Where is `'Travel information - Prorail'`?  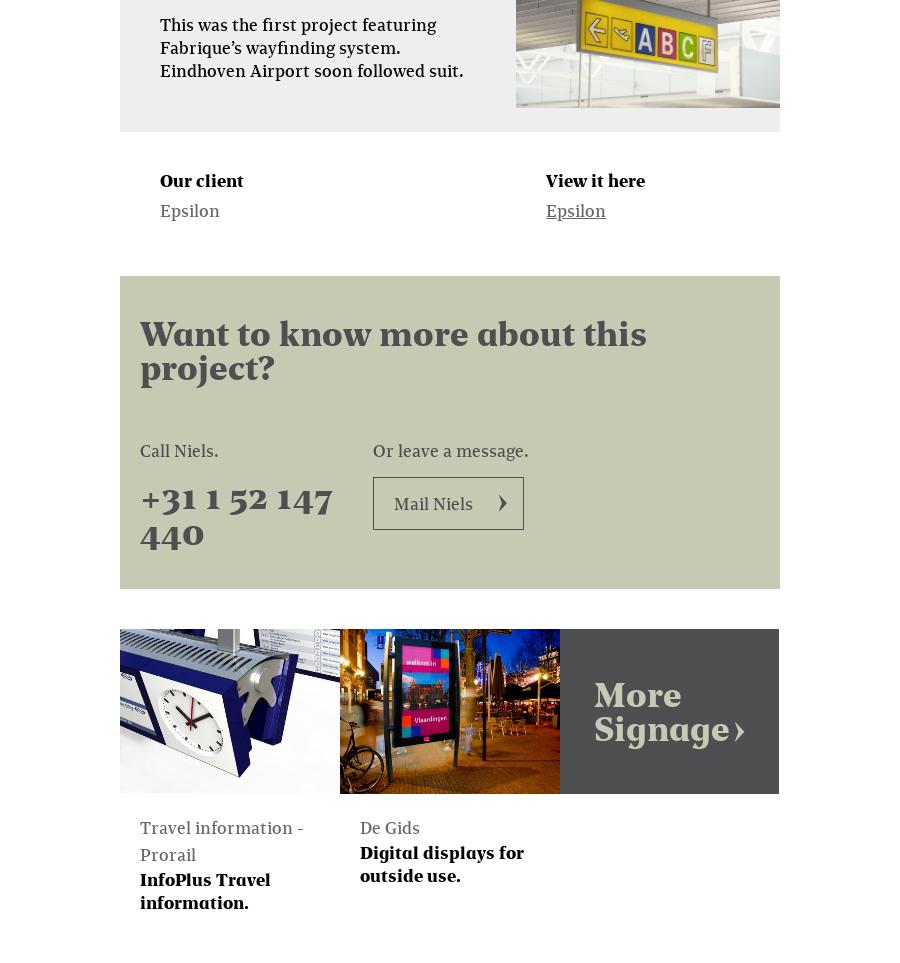
'Travel information - Prorail' is located at coordinates (140, 839).